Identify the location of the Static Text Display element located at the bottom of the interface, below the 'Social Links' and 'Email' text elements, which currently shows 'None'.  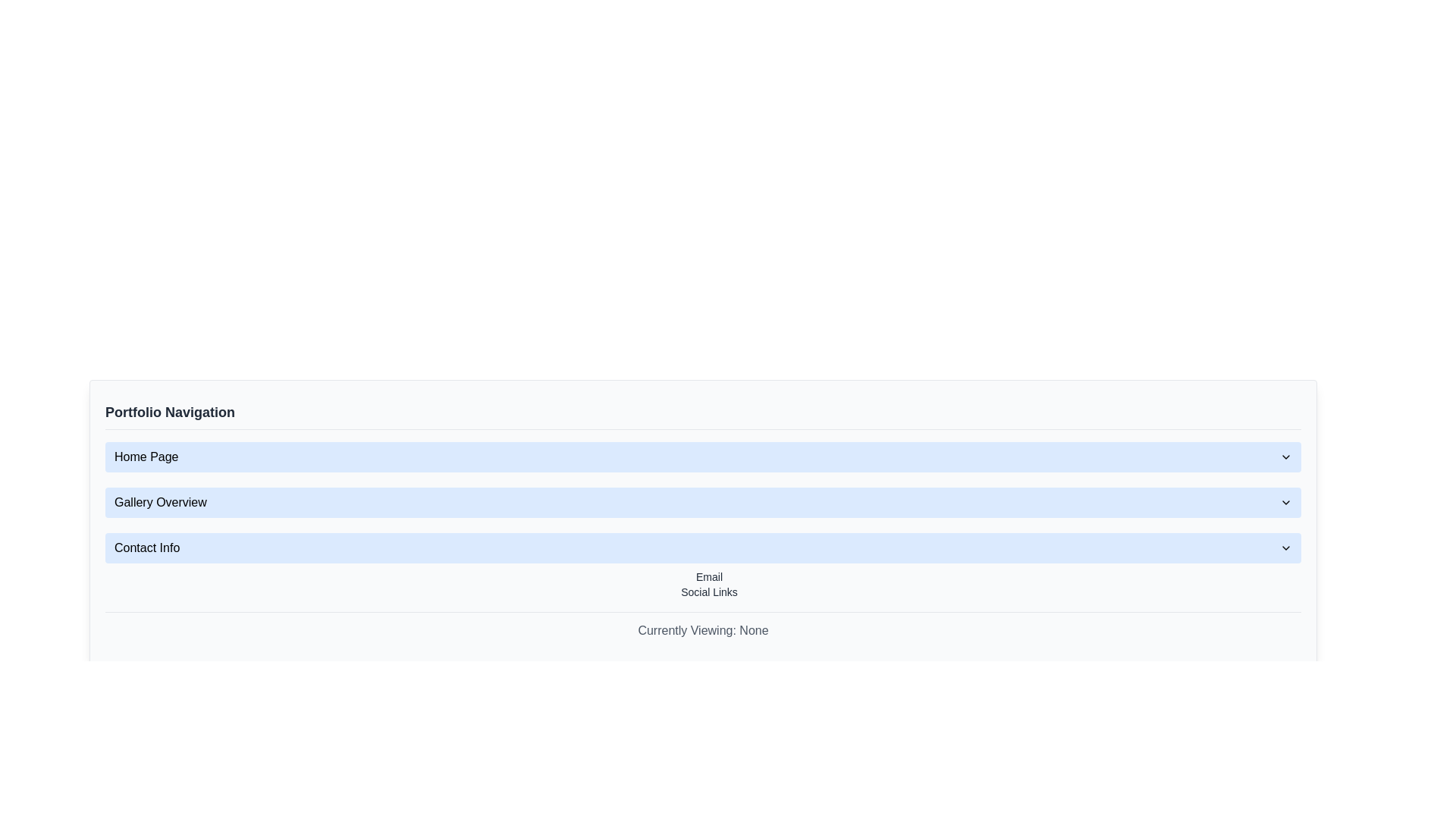
(702, 631).